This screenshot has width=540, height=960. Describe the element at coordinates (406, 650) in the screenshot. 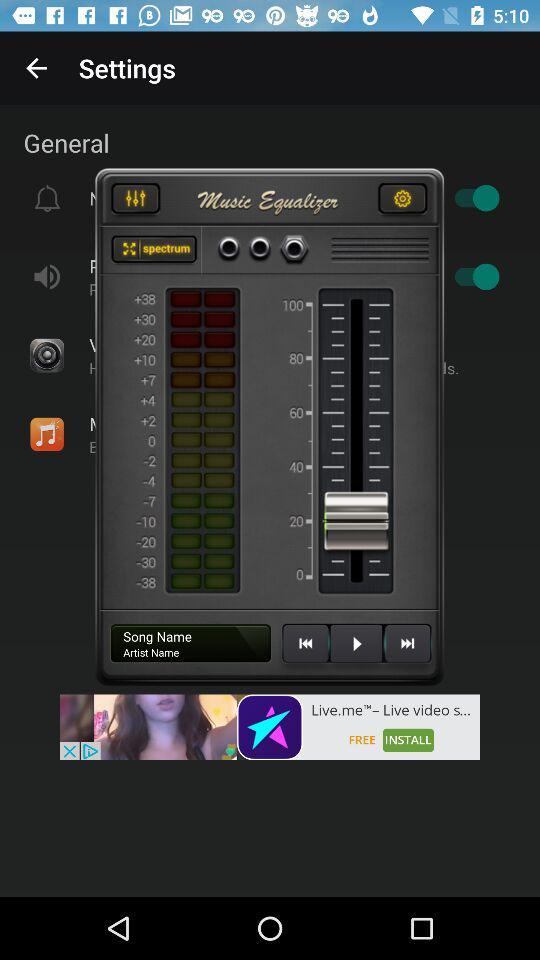

I see `back face` at that location.